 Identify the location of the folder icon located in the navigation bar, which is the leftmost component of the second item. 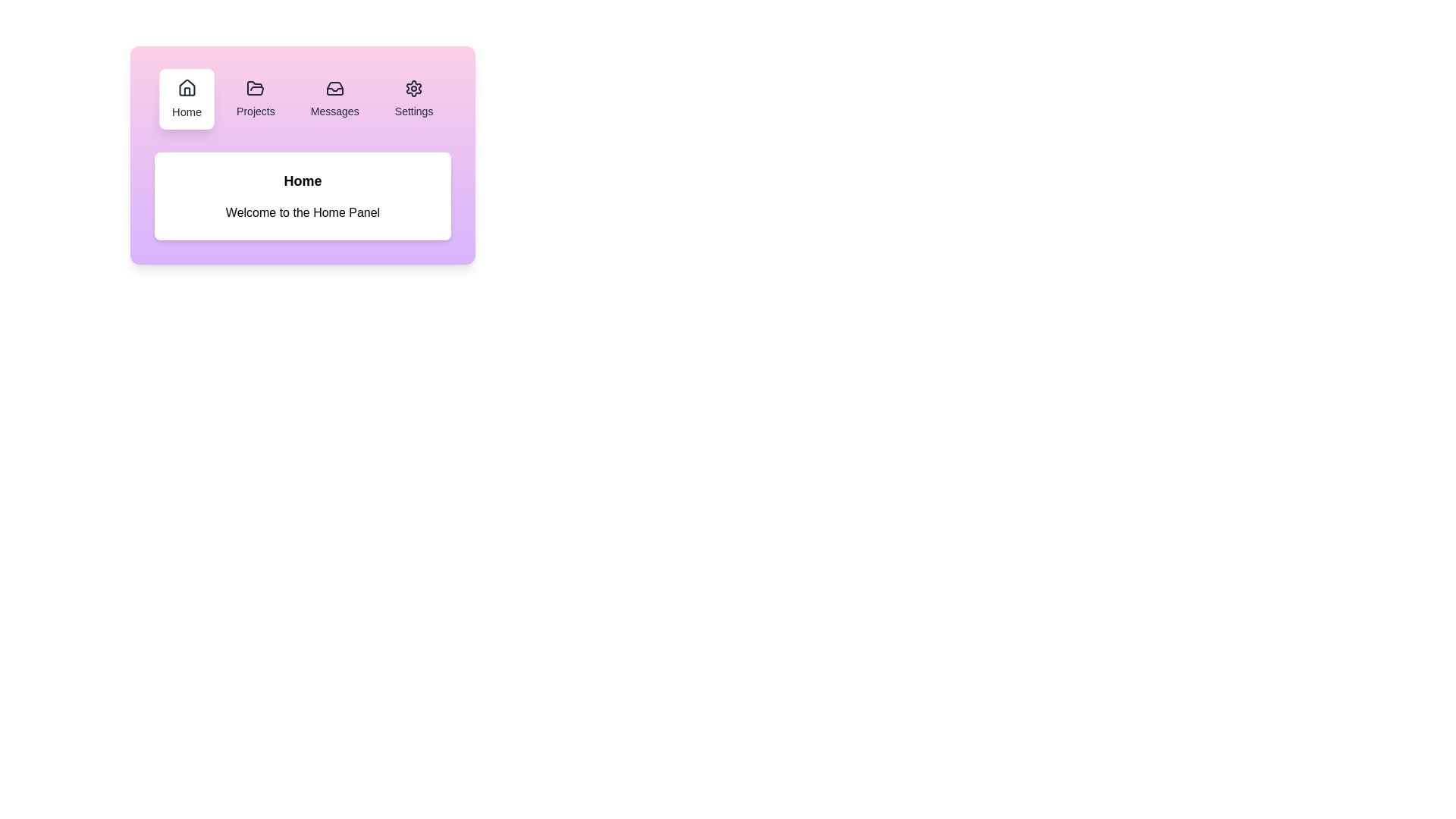
(256, 88).